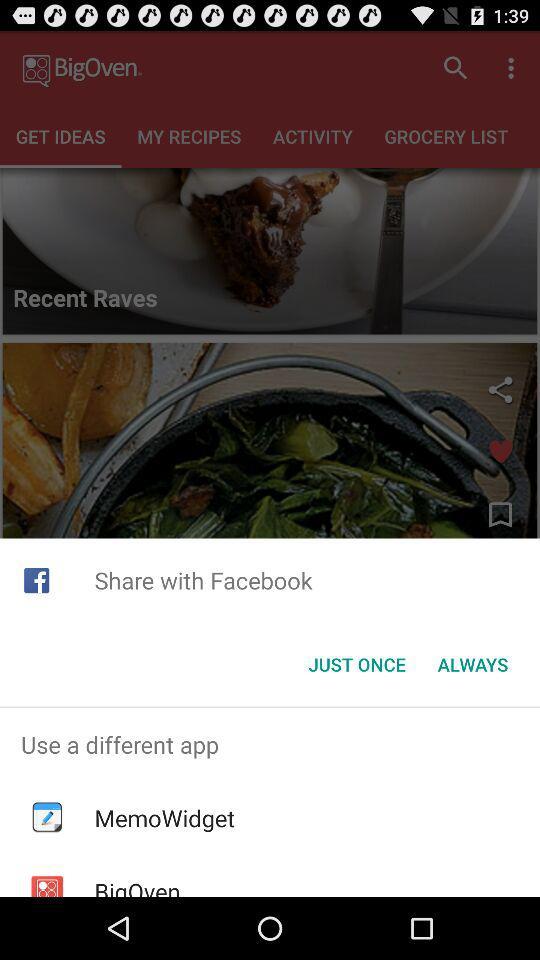 Image resolution: width=540 pixels, height=960 pixels. I want to click on memowidget app, so click(163, 818).